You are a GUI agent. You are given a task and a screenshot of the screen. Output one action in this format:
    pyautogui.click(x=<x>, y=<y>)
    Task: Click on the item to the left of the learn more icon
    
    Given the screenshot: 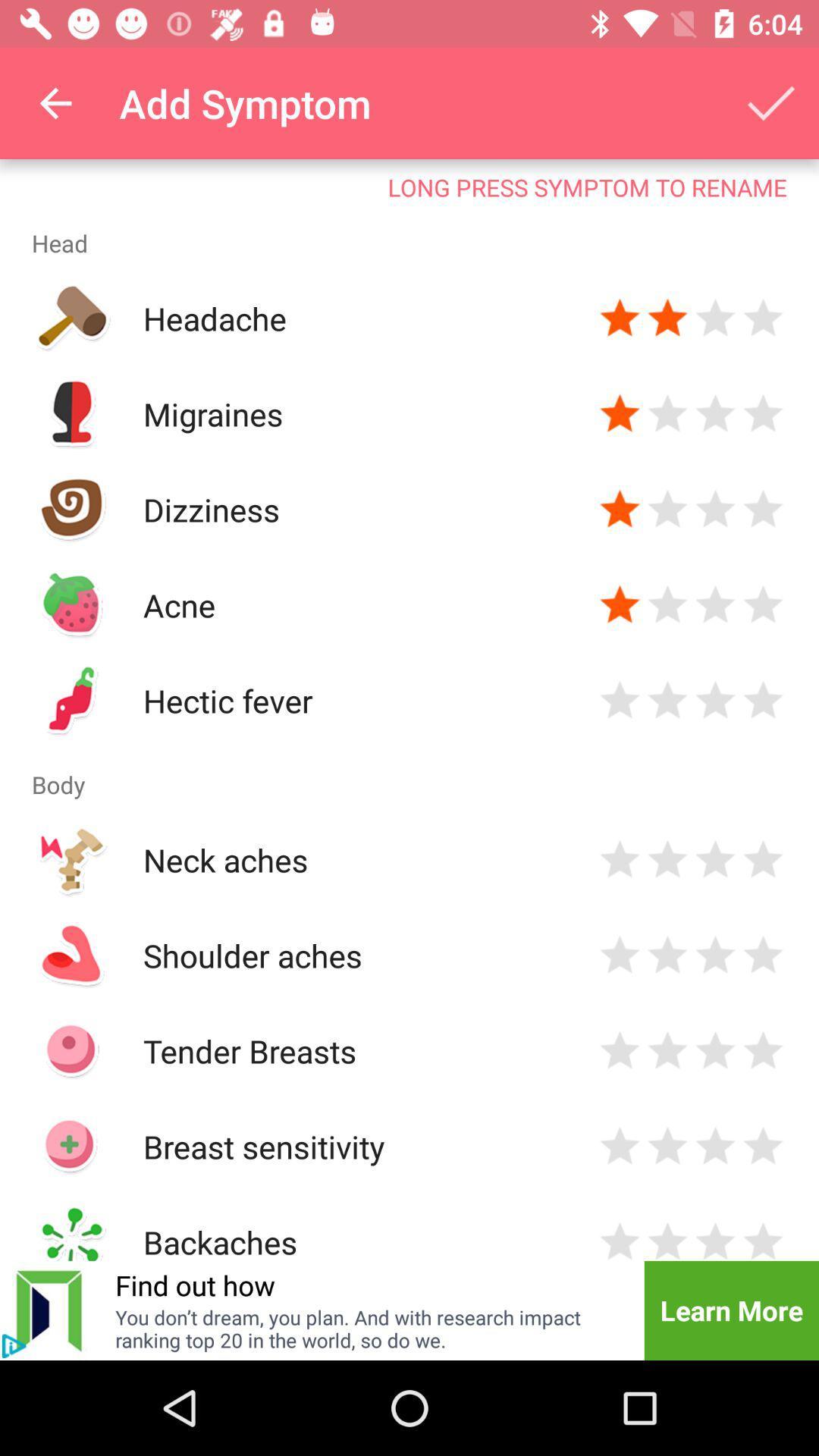 What is the action you would take?
    pyautogui.click(x=369, y=1328)
    